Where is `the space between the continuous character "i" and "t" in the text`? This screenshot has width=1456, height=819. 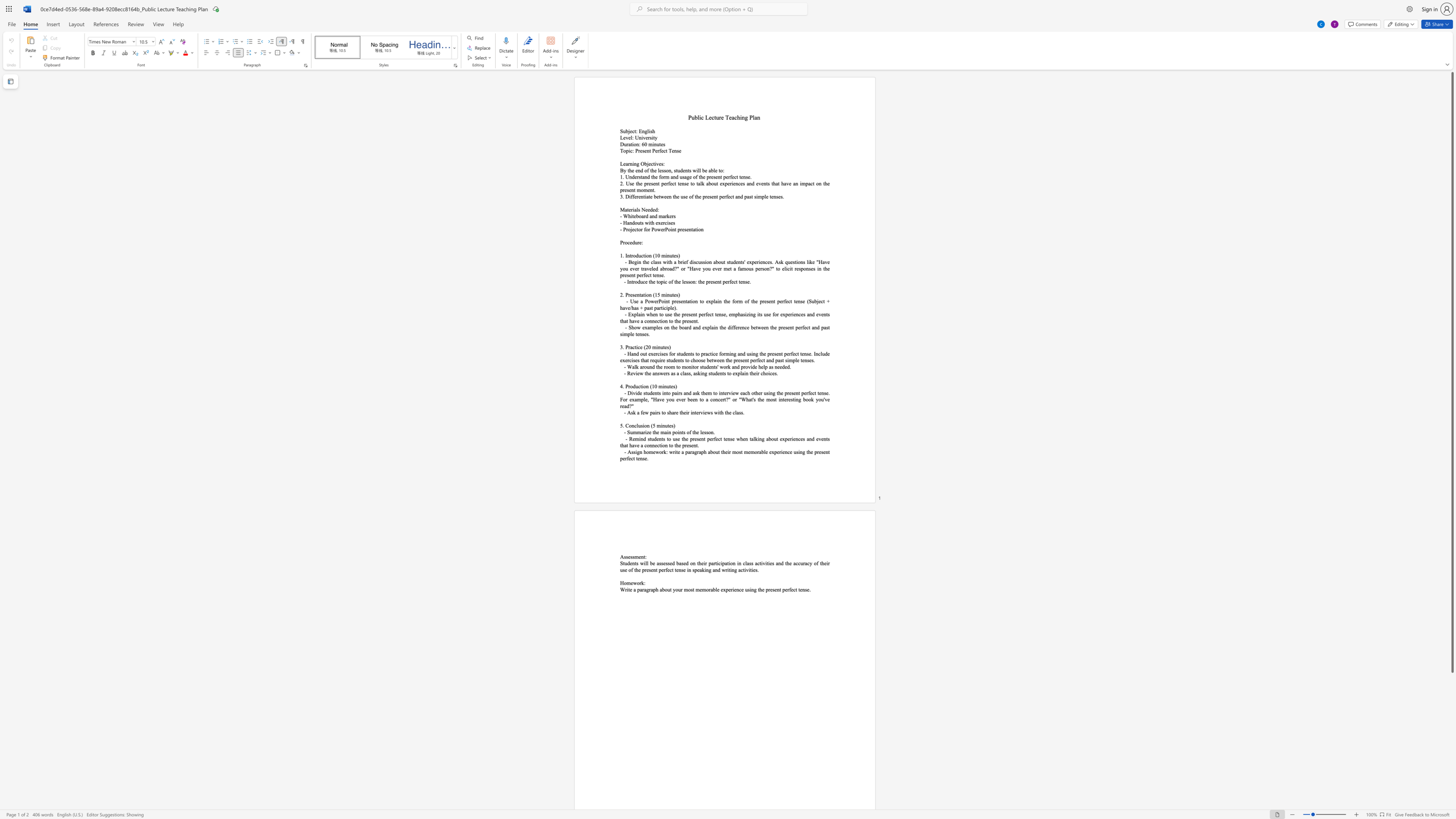
the space between the continuous character "i" and "t" in the text is located at coordinates (632, 215).